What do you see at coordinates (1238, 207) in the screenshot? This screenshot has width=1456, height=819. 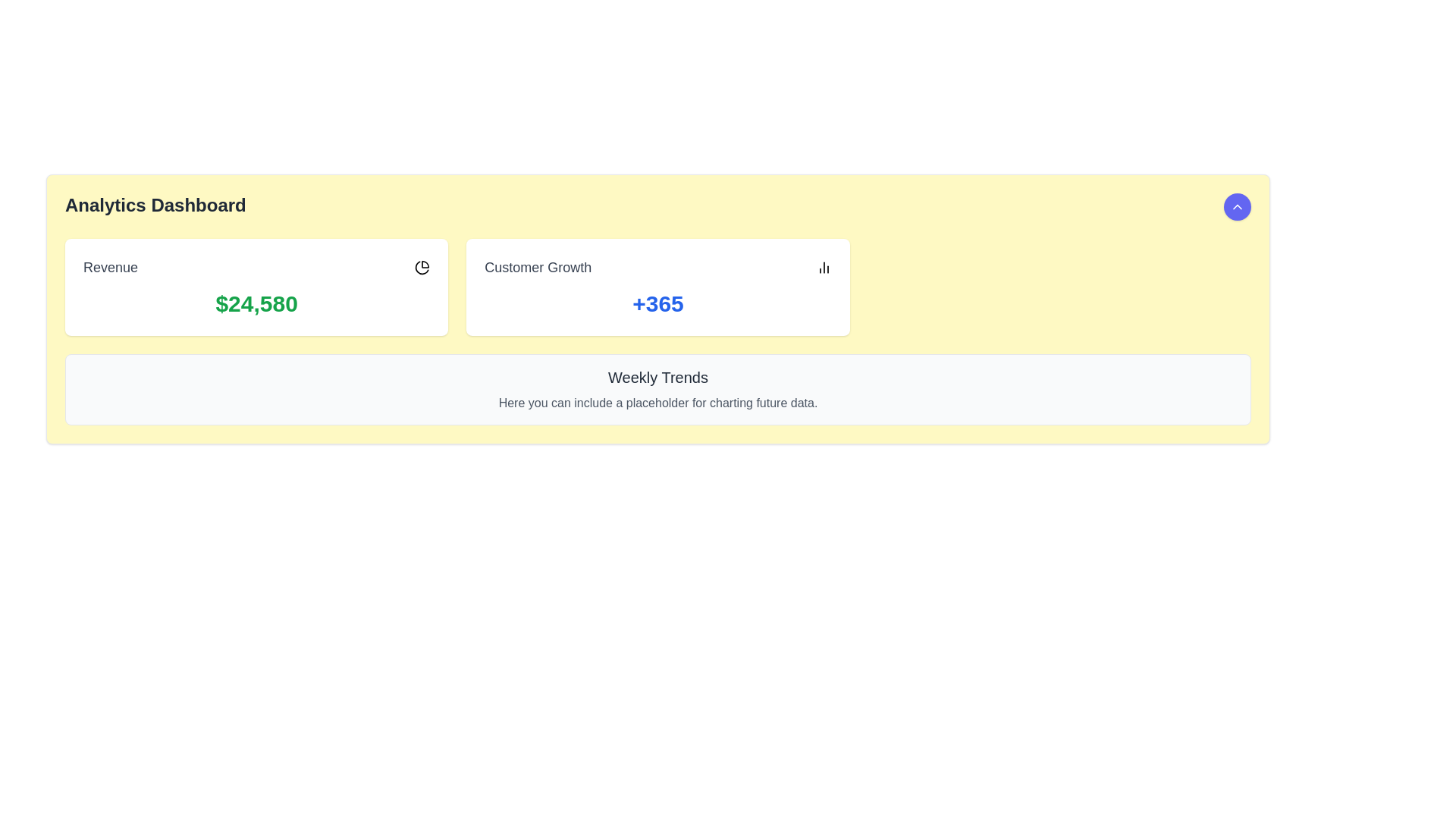 I see `the circular button with a blue background and white upward-pointing arrow icon located at the top-right corner of the 'Analytics Dashboard' to trigger a tooltip or visual feedback` at bounding box center [1238, 207].